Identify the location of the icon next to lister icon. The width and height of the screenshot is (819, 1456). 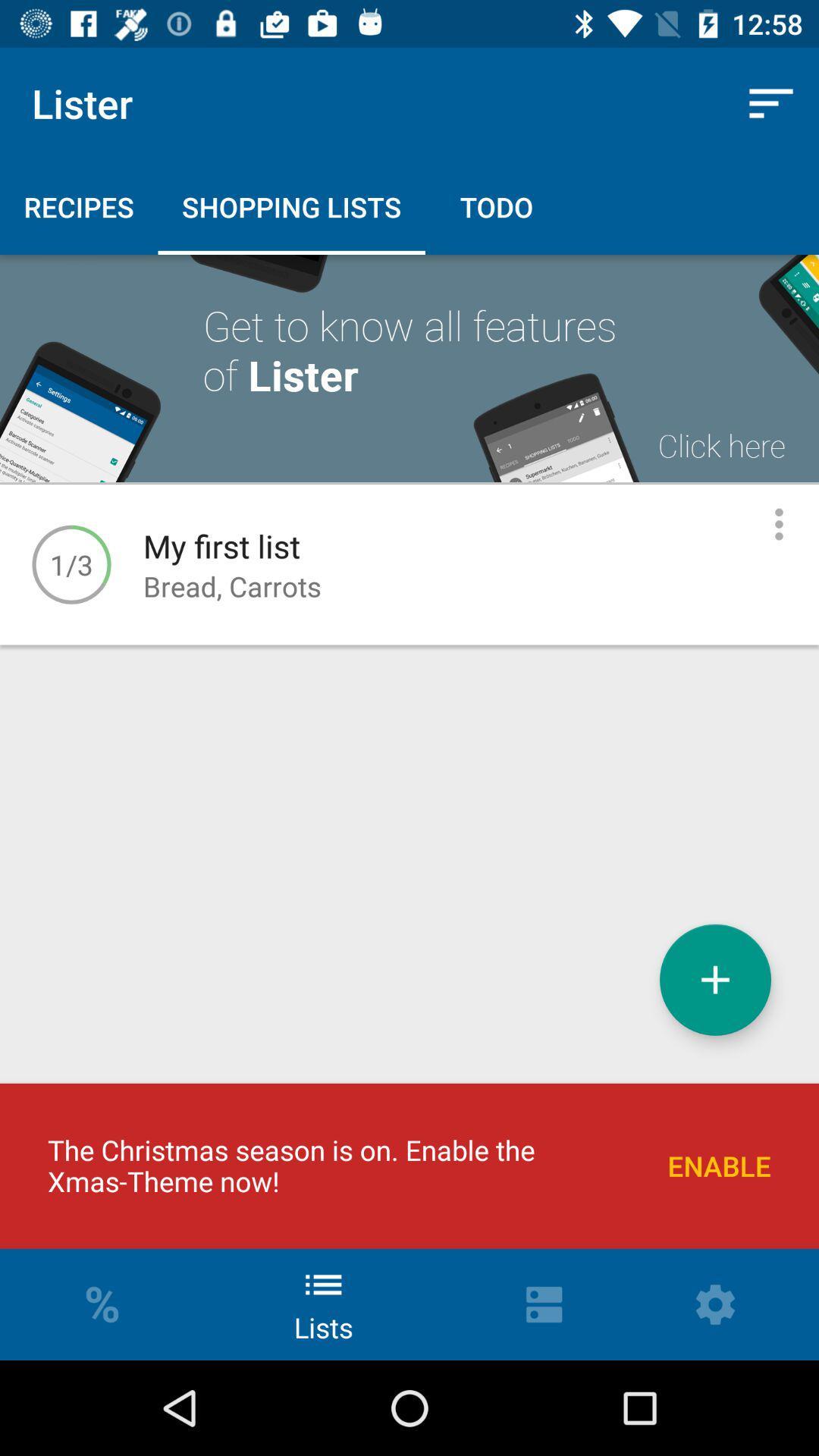
(771, 102).